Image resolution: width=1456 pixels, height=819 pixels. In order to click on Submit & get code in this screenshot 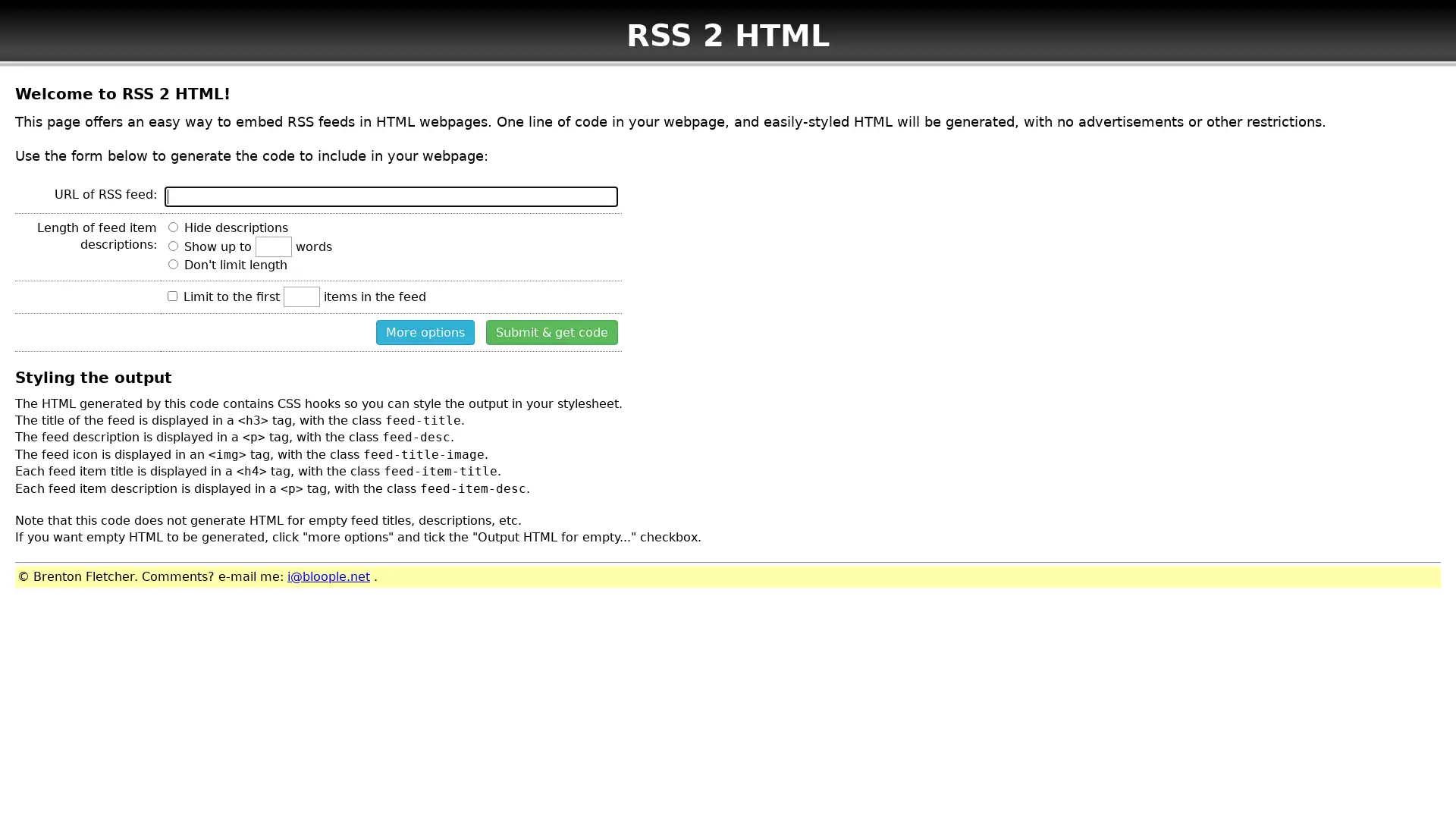, I will do `click(551, 331)`.